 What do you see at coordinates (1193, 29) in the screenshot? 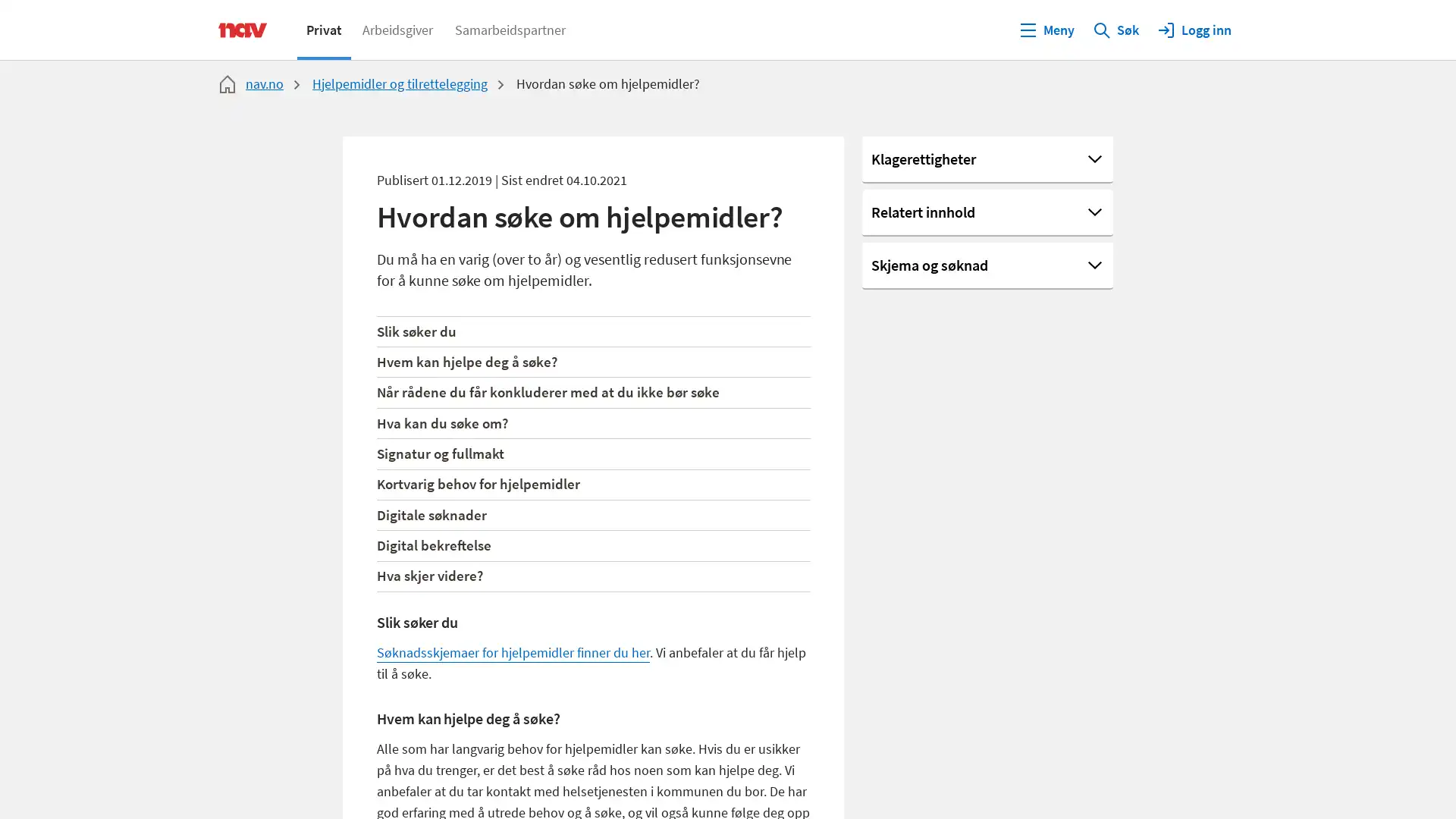
I see `Logg inn` at bounding box center [1193, 29].